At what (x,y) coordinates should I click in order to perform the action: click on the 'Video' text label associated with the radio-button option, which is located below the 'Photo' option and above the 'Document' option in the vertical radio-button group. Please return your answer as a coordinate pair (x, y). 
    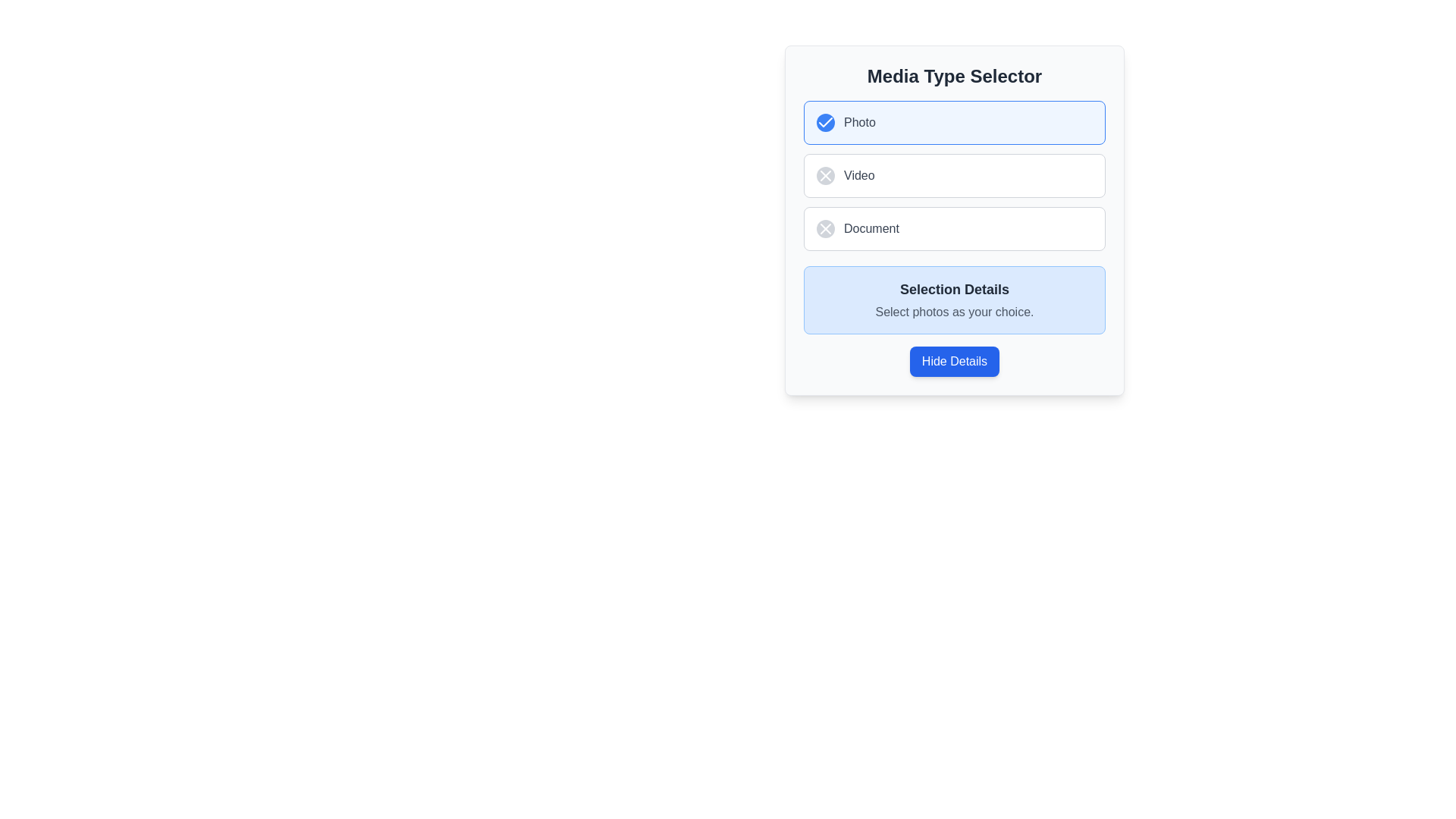
    Looking at the image, I should click on (859, 174).